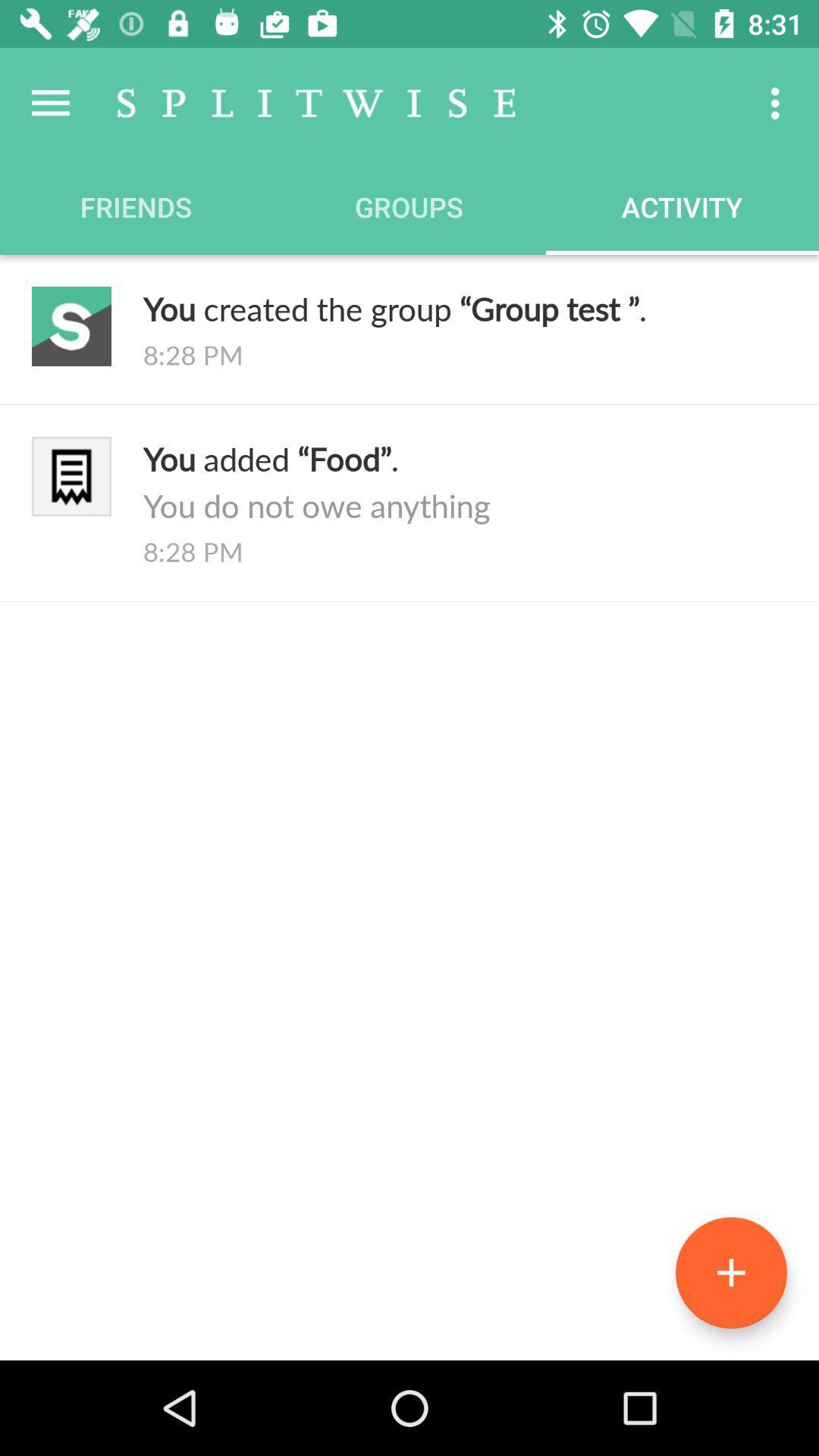 This screenshot has height=1456, width=819. What do you see at coordinates (730, 1272) in the screenshot?
I see `the item at the bottom right corner` at bounding box center [730, 1272].